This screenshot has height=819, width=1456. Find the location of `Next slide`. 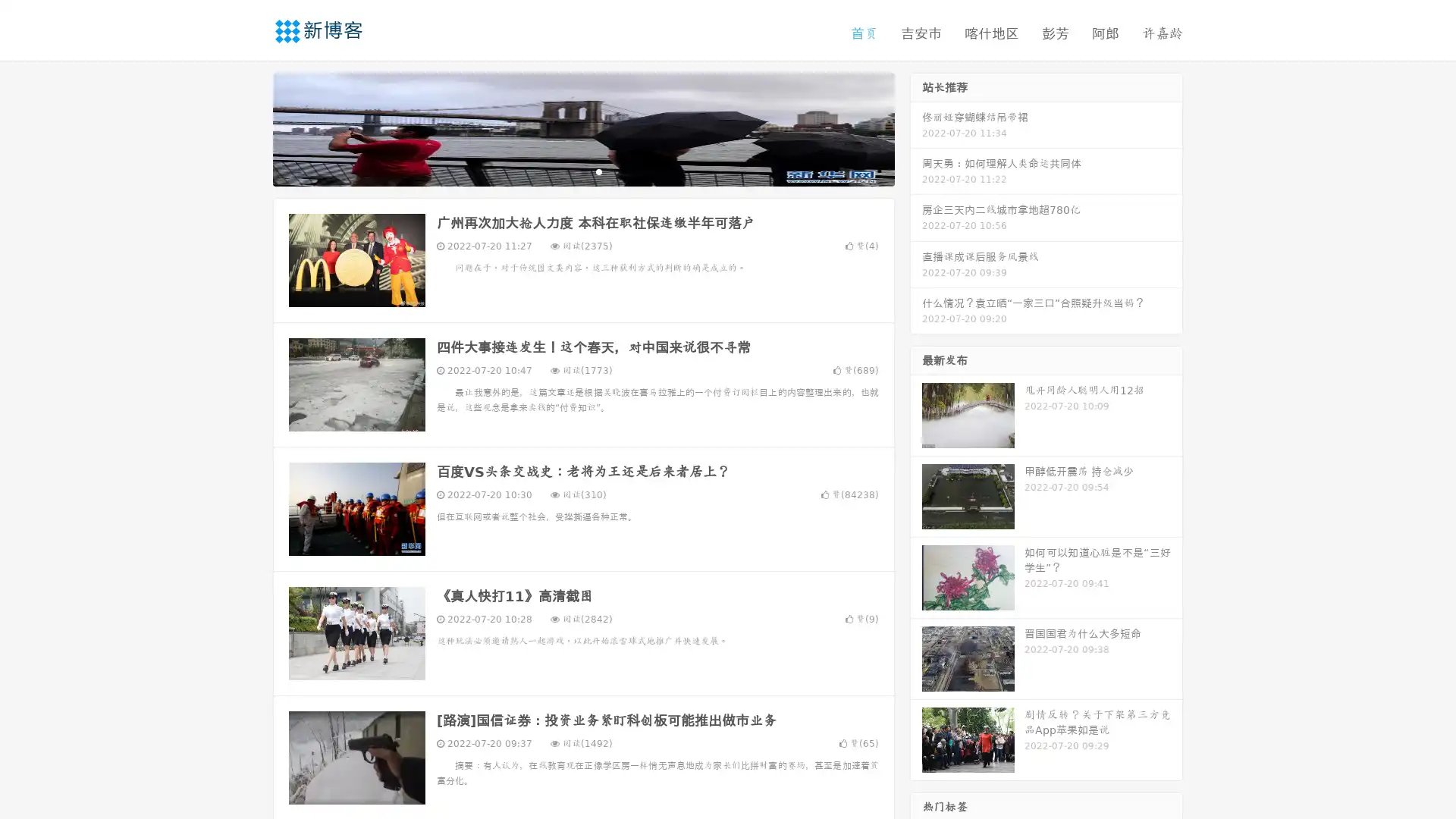

Next slide is located at coordinates (916, 127).